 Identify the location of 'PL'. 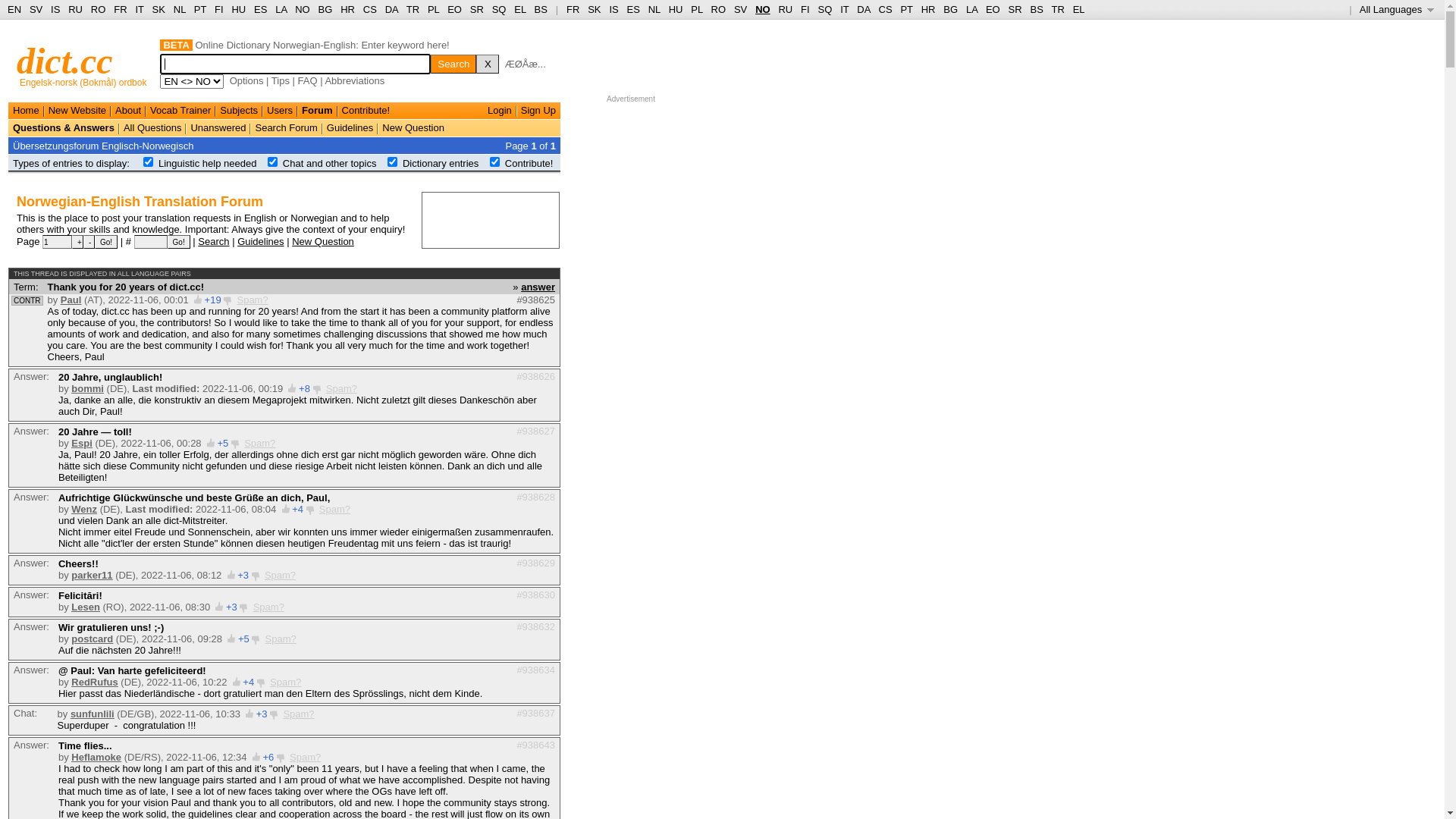
(695, 9).